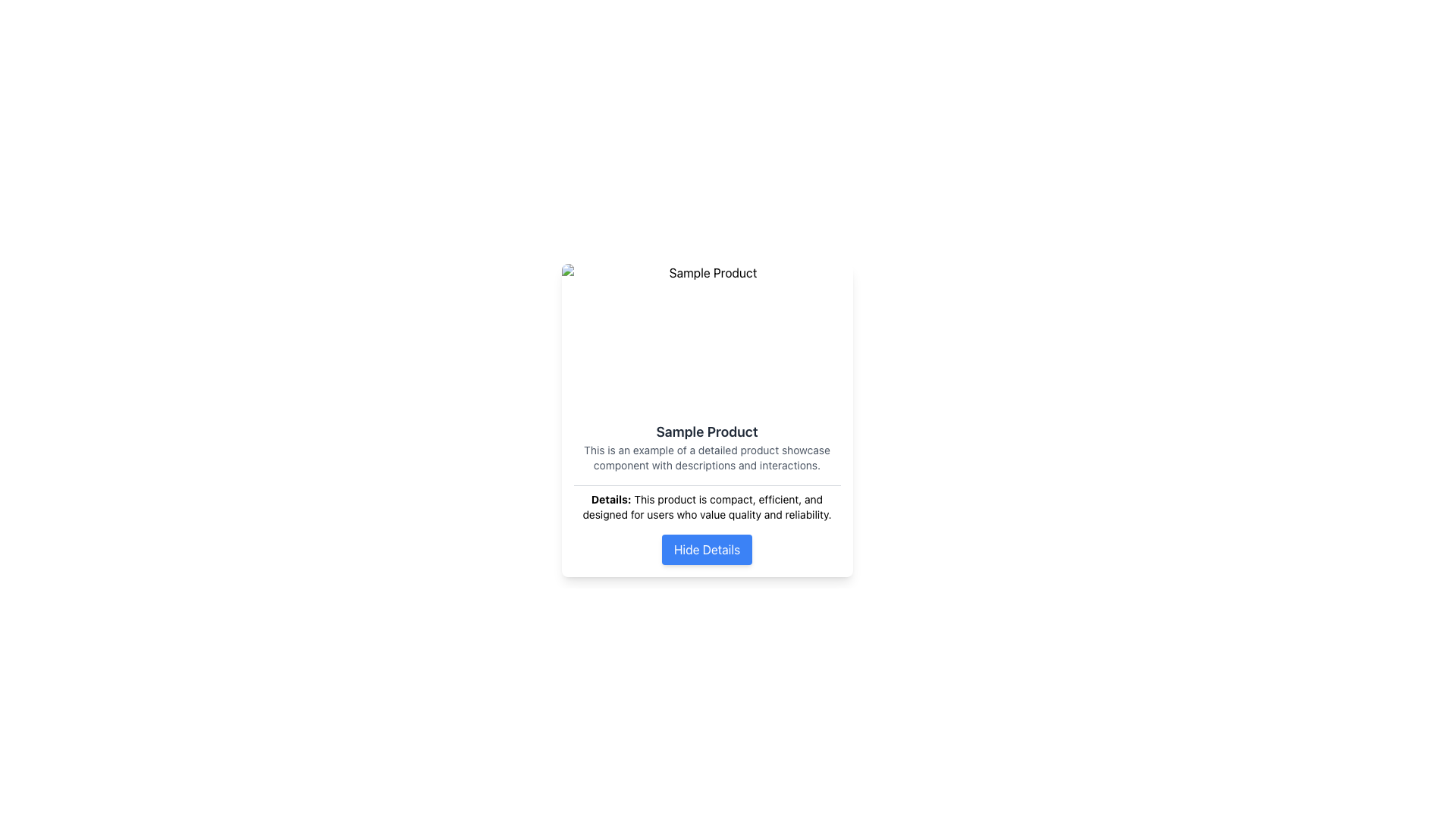 This screenshot has width=1456, height=819. Describe the element at coordinates (706, 493) in the screenshot. I see `the text block titled 'Details:' which contains product features, located within the product showcase card` at that location.